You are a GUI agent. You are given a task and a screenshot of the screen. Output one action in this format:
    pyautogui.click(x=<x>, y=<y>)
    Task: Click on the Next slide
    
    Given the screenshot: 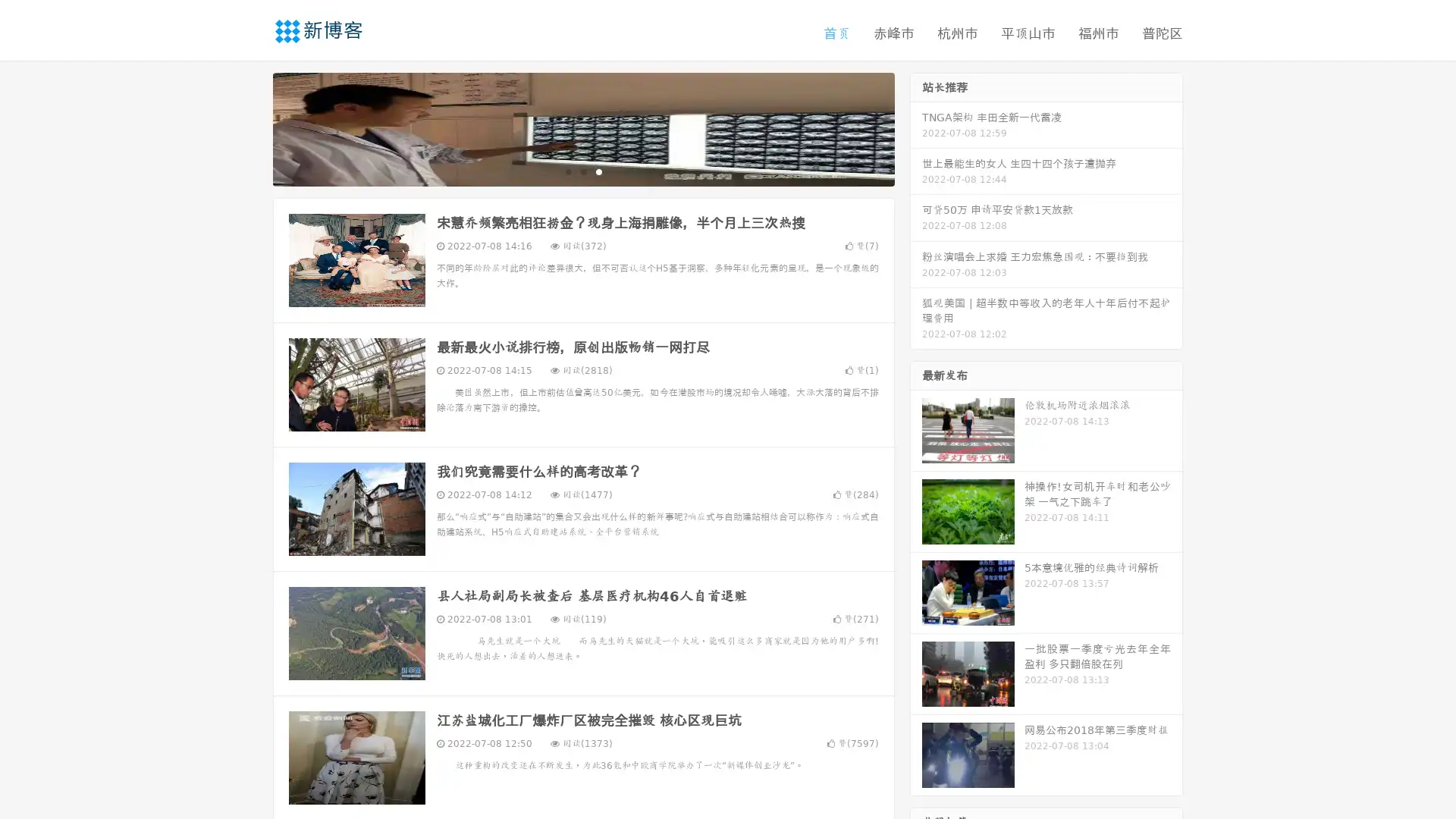 What is the action you would take?
    pyautogui.click(x=916, y=127)
    